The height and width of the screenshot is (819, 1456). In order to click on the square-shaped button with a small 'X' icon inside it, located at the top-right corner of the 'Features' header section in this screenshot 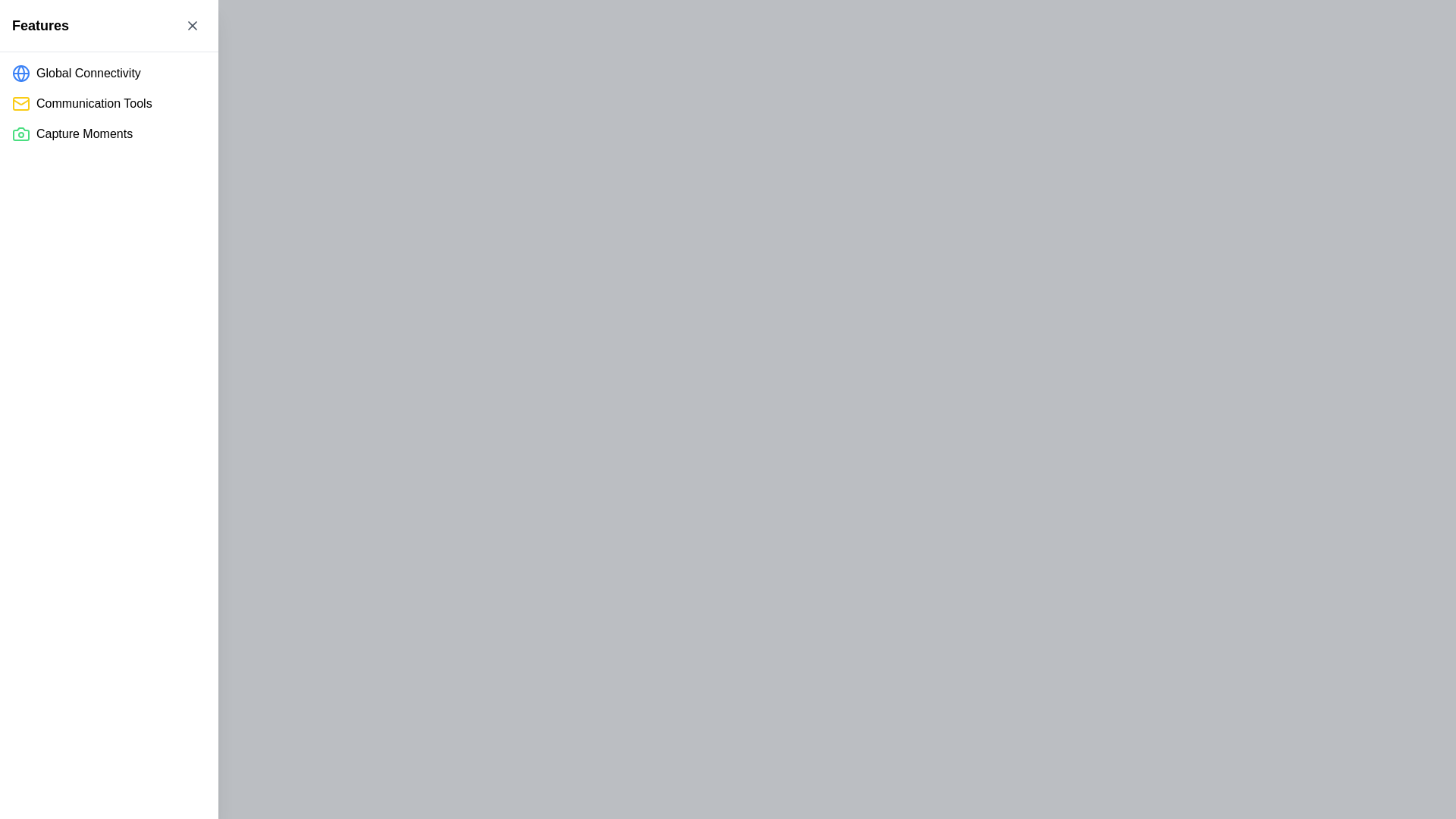, I will do `click(192, 26)`.